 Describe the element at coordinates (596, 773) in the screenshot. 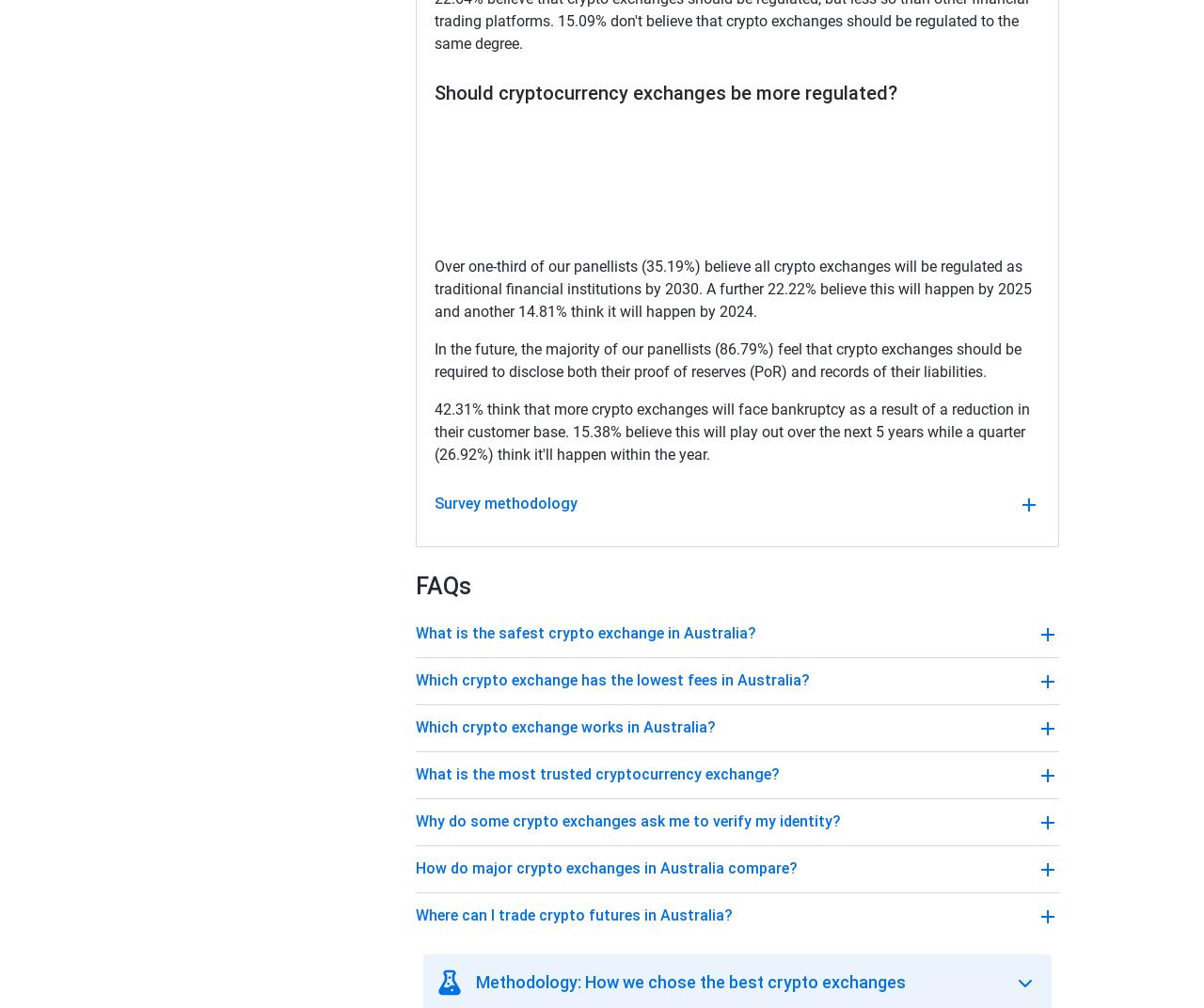

I see `'What is the most trusted cryptocurrency exchange?'` at that location.